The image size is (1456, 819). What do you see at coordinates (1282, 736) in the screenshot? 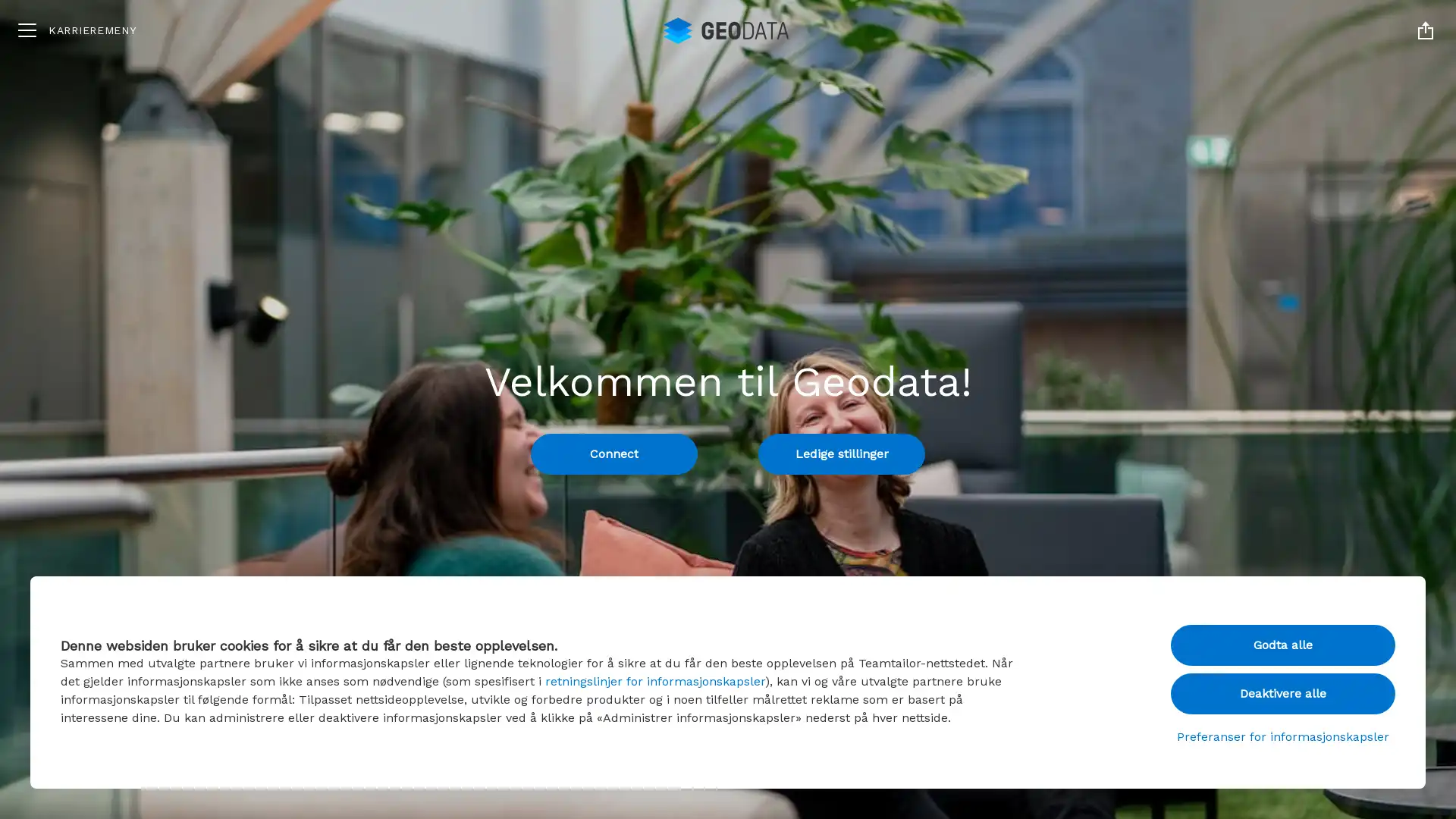
I see `Preferanser for informasjonskapsler` at bounding box center [1282, 736].